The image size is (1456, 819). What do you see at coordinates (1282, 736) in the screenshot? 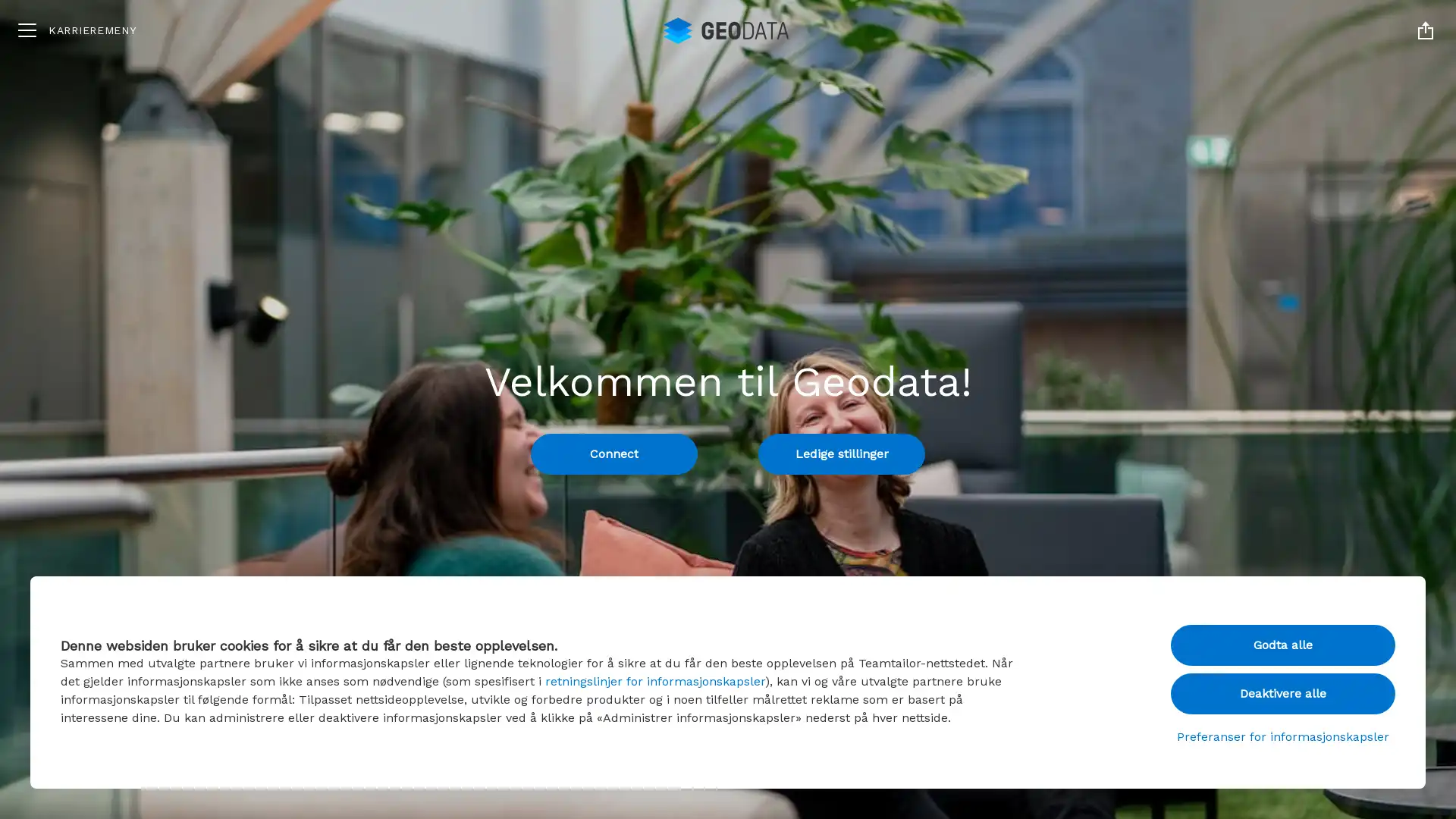
I see `Preferanser for informasjonskapsler` at bounding box center [1282, 736].